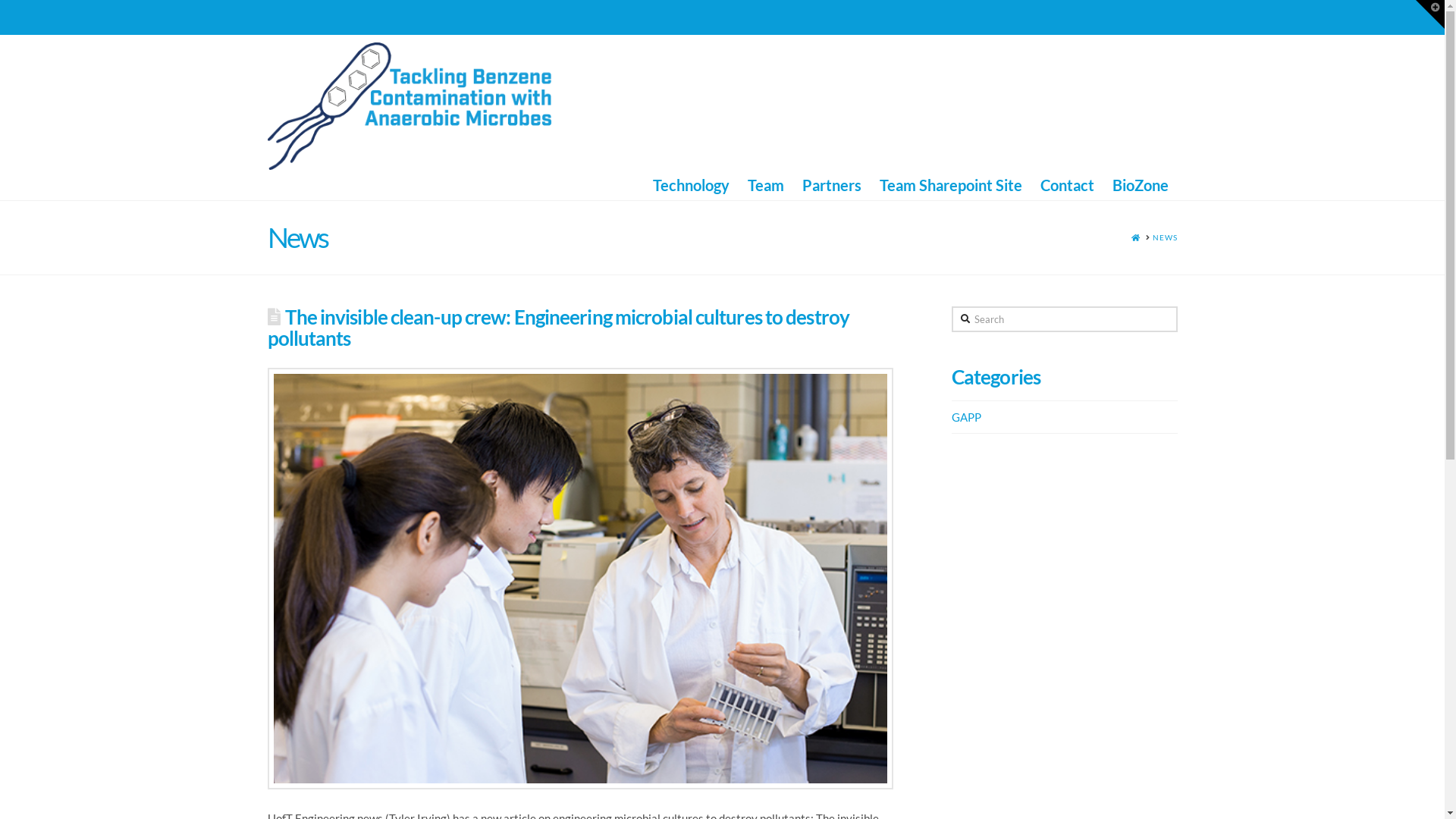 The width and height of the screenshot is (1456, 819). What do you see at coordinates (1415, 14) in the screenshot?
I see `'Toggle the Widgetbar'` at bounding box center [1415, 14].